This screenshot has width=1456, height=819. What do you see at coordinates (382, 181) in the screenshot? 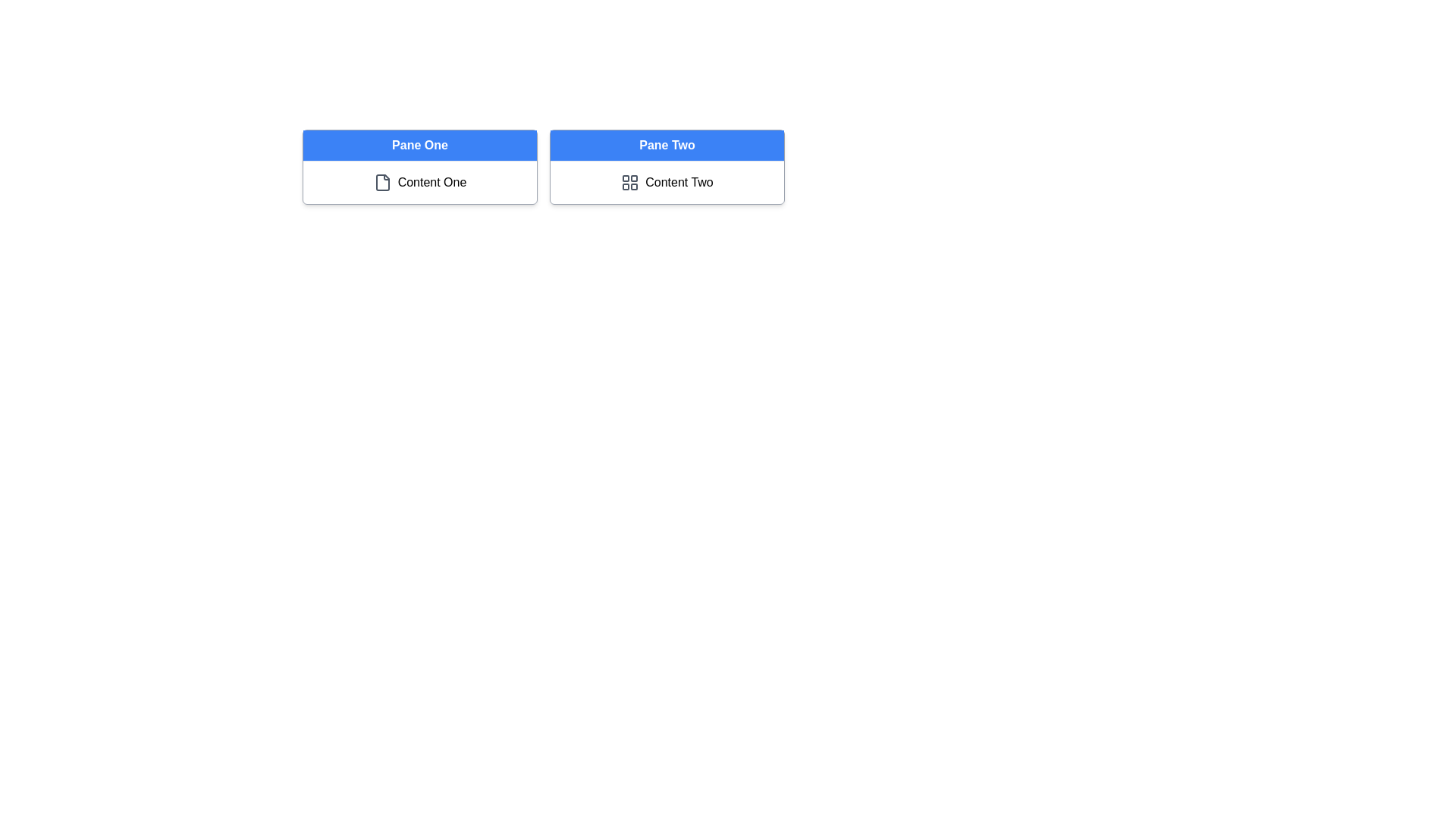
I see `the icon resembling a file document with a dog-eared corner located in the 'Pane One' section, positioned to the left of the text 'Content One'` at bounding box center [382, 181].